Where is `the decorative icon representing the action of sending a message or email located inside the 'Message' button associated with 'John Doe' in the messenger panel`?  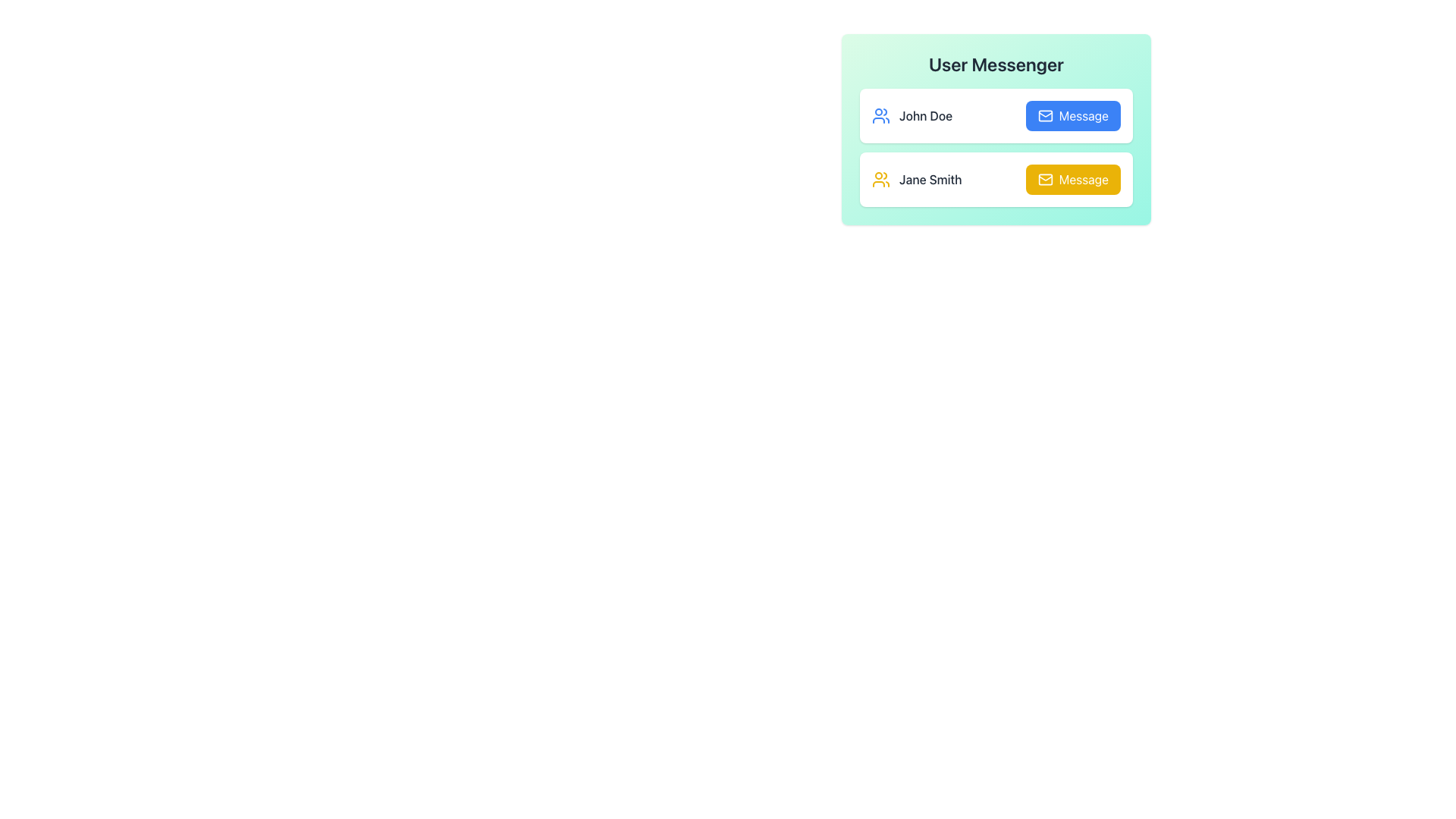
the decorative icon representing the action of sending a message or email located inside the 'Message' button associated with 'John Doe' in the messenger panel is located at coordinates (1044, 115).